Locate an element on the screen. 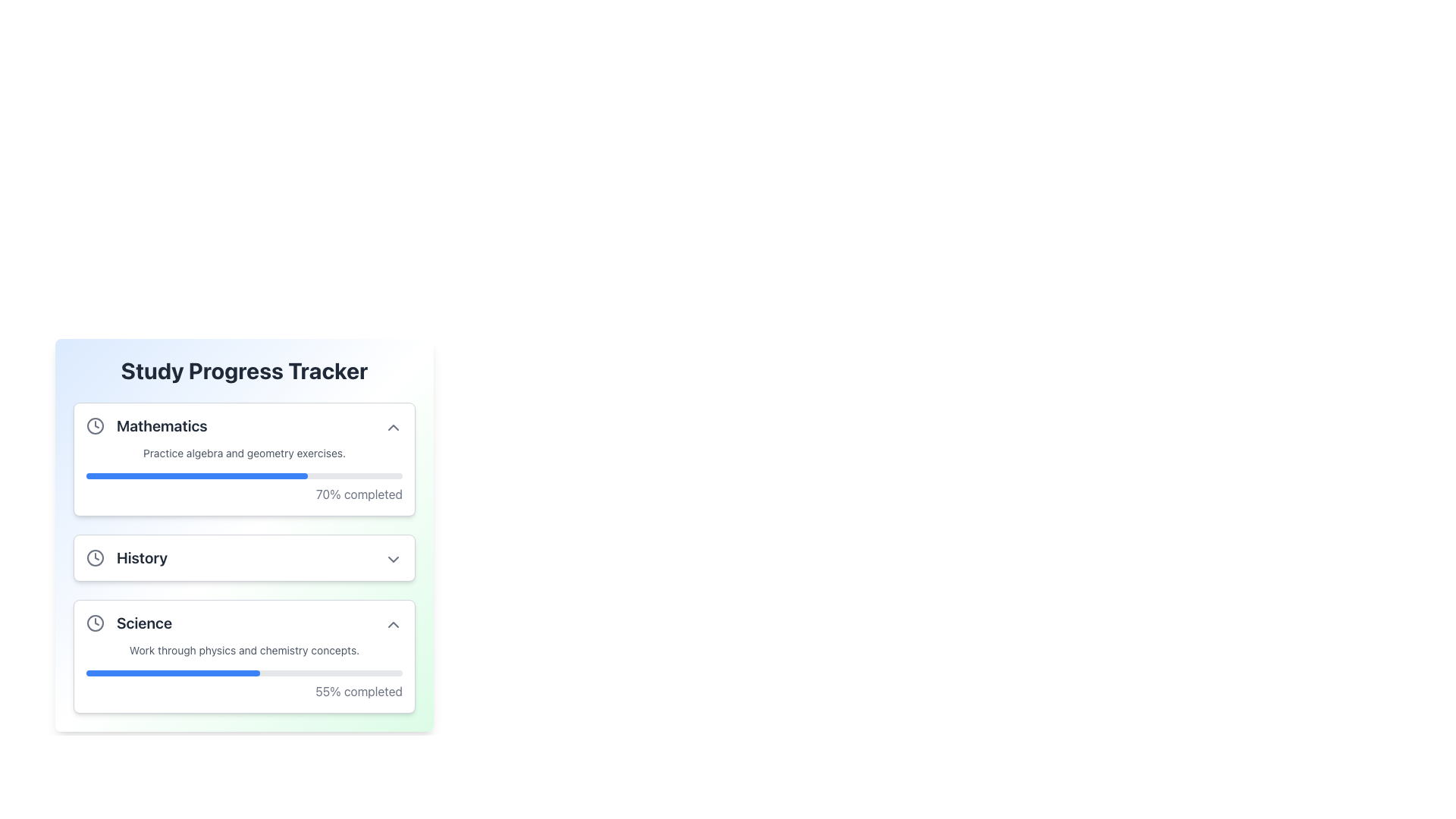  the clock icon in the row containing the 'Science' label, which is located in the third section of the vertical list is located at coordinates (94, 623).